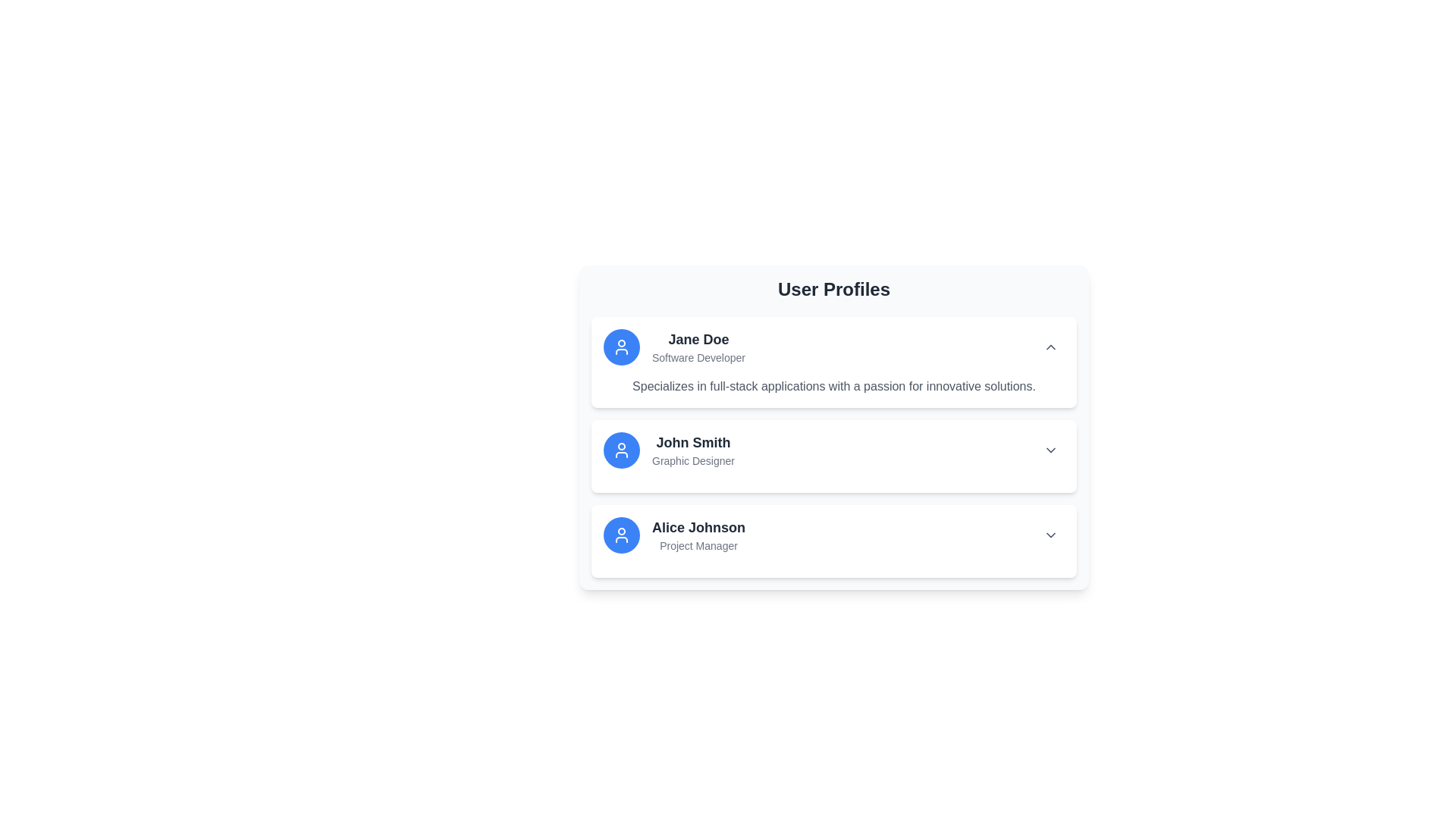 Image resolution: width=1456 pixels, height=819 pixels. Describe the element at coordinates (698, 534) in the screenshot. I see `the text label displaying 'Alice Johnson - Project Manager'` at that location.